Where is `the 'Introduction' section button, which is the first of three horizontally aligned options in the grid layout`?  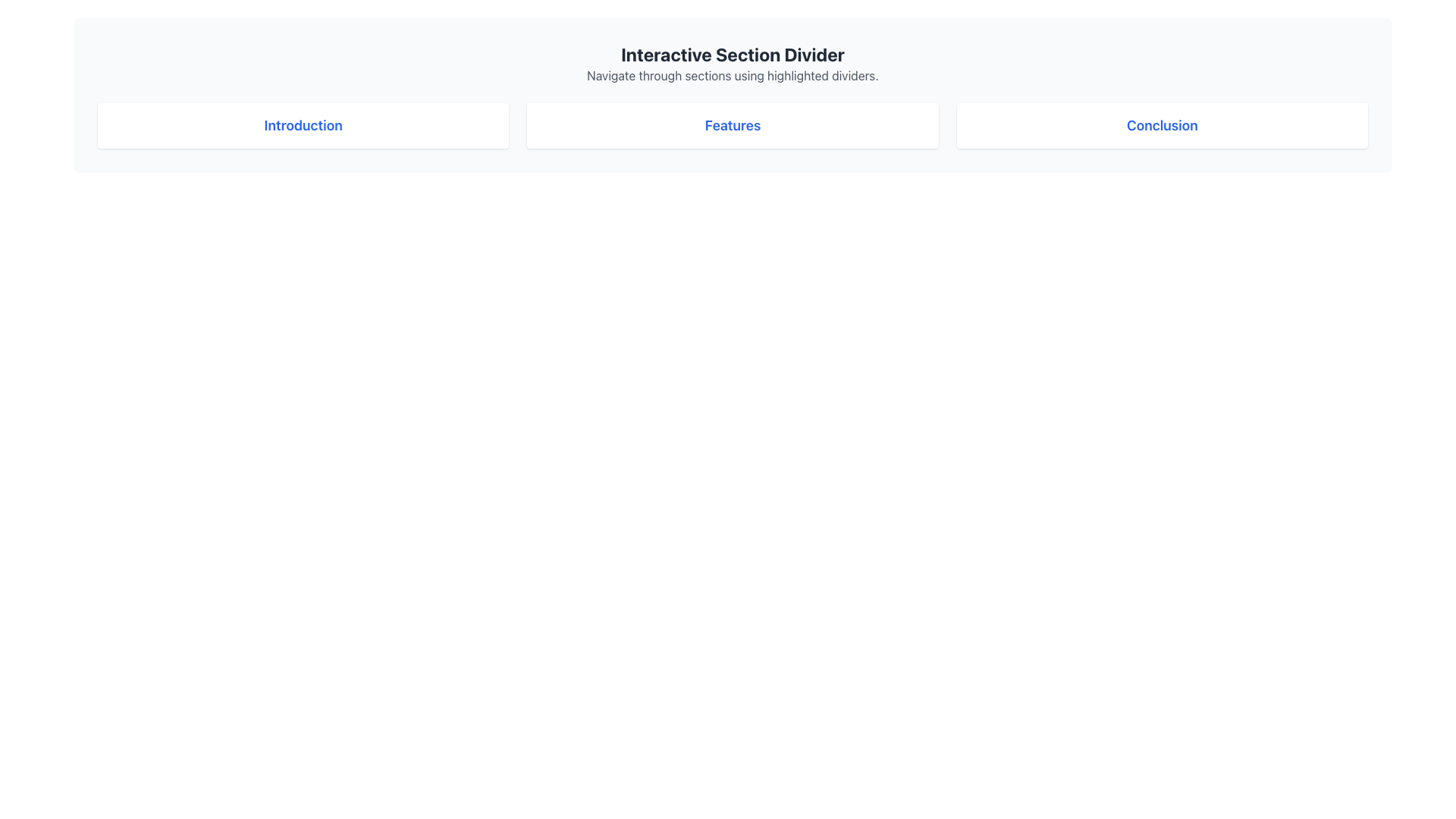
the 'Introduction' section button, which is the first of three horizontally aligned options in the grid layout is located at coordinates (303, 124).